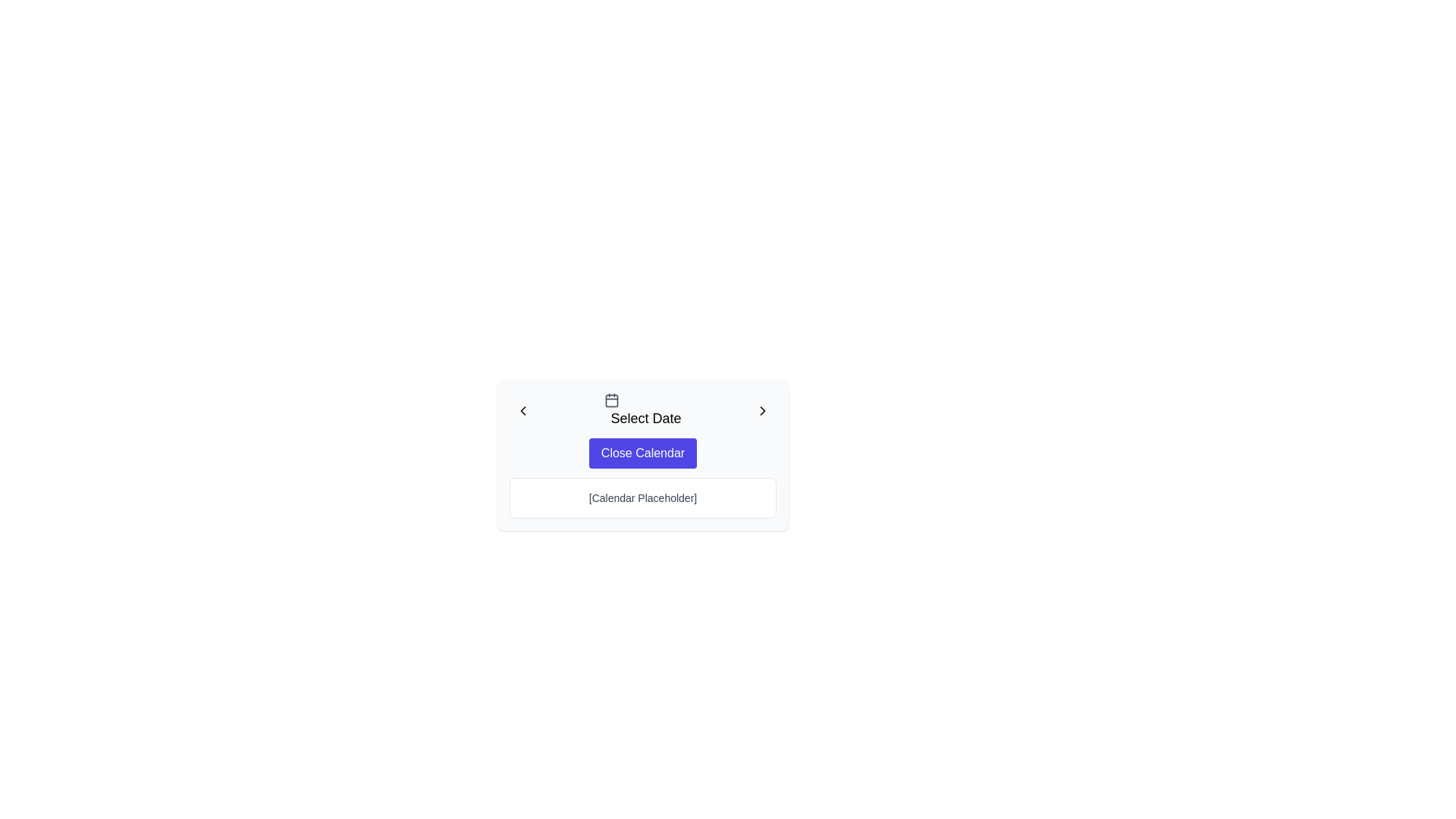  I want to click on the 'Select Date' label, which features a calendar icon to the left and chevron icons on both sides, so click(643, 411).